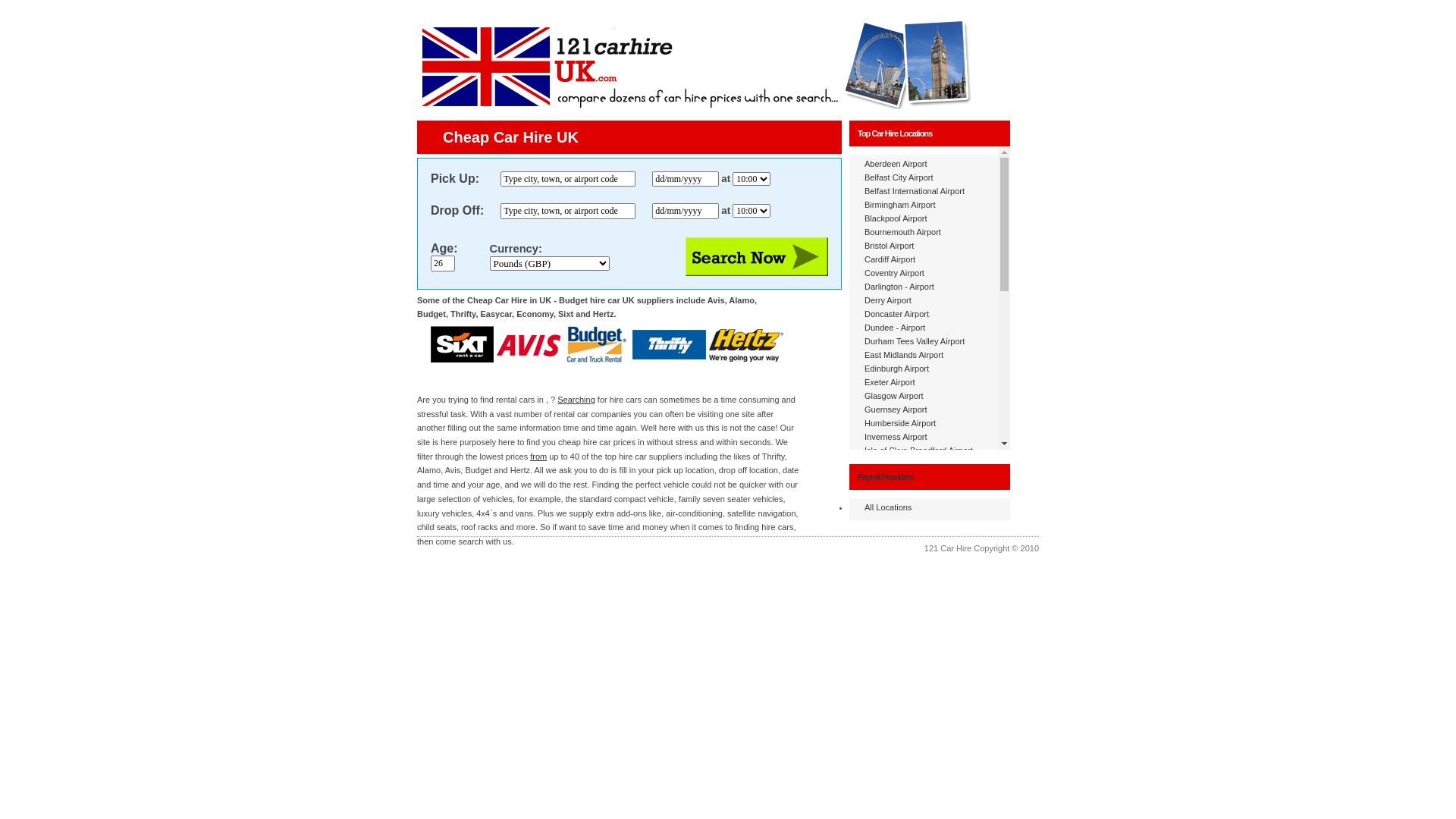 The height and width of the screenshot is (819, 1456). What do you see at coordinates (889, 245) in the screenshot?
I see `'Bristol Airport'` at bounding box center [889, 245].